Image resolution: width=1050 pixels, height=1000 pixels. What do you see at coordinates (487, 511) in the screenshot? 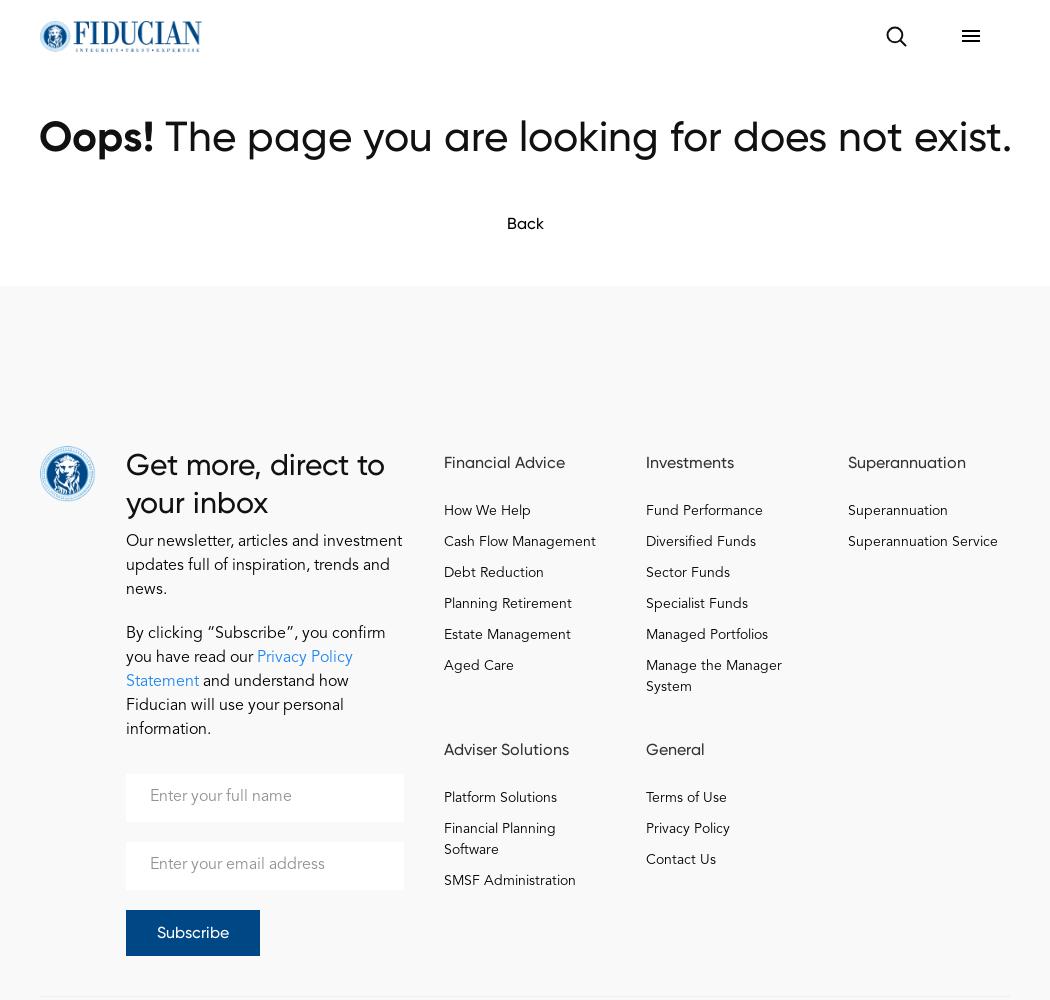
I see `'How We Help'` at bounding box center [487, 511].